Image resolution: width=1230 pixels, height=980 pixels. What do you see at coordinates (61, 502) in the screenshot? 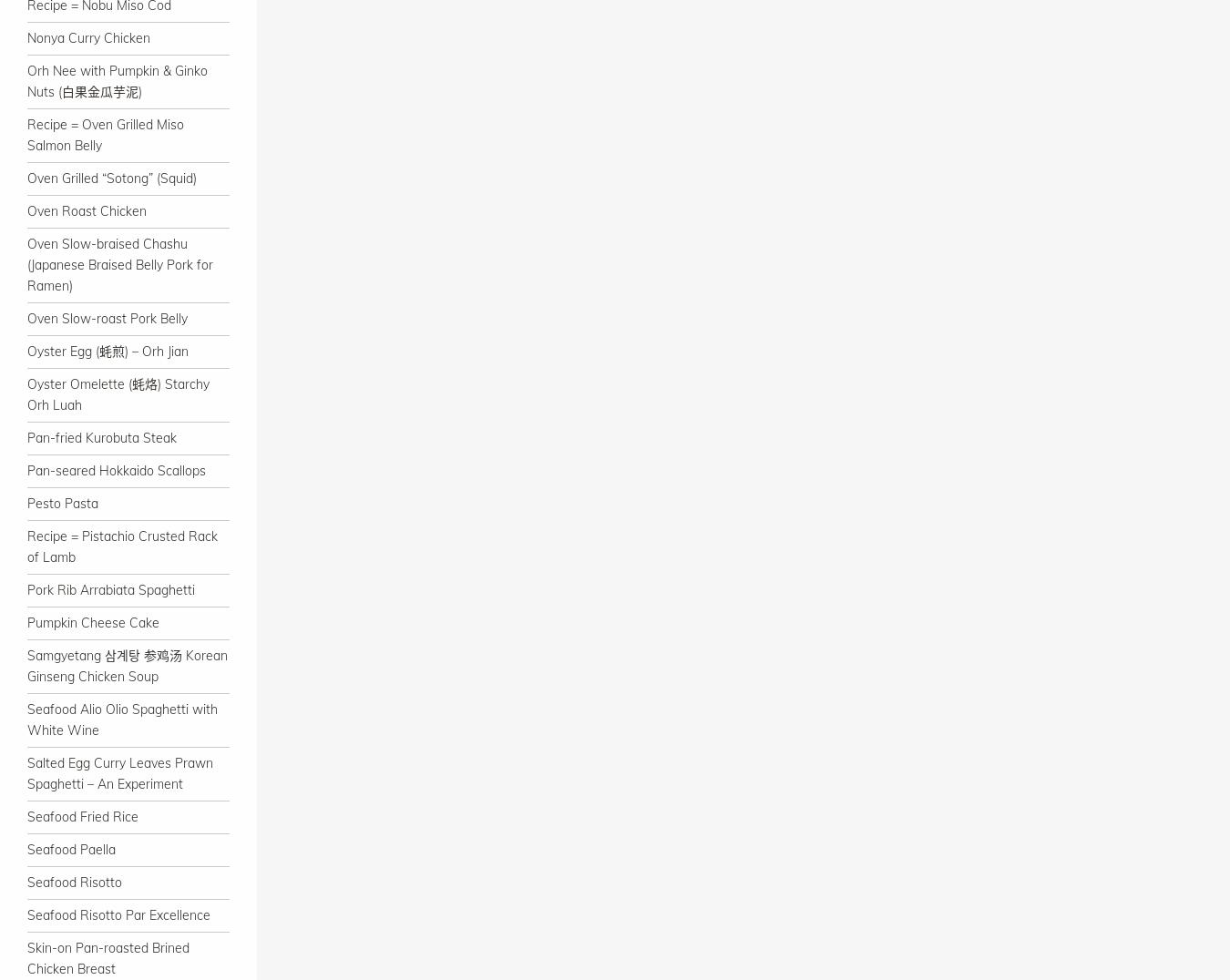
I see `'Pesto Pasta'` at bounding box center [61, 502].